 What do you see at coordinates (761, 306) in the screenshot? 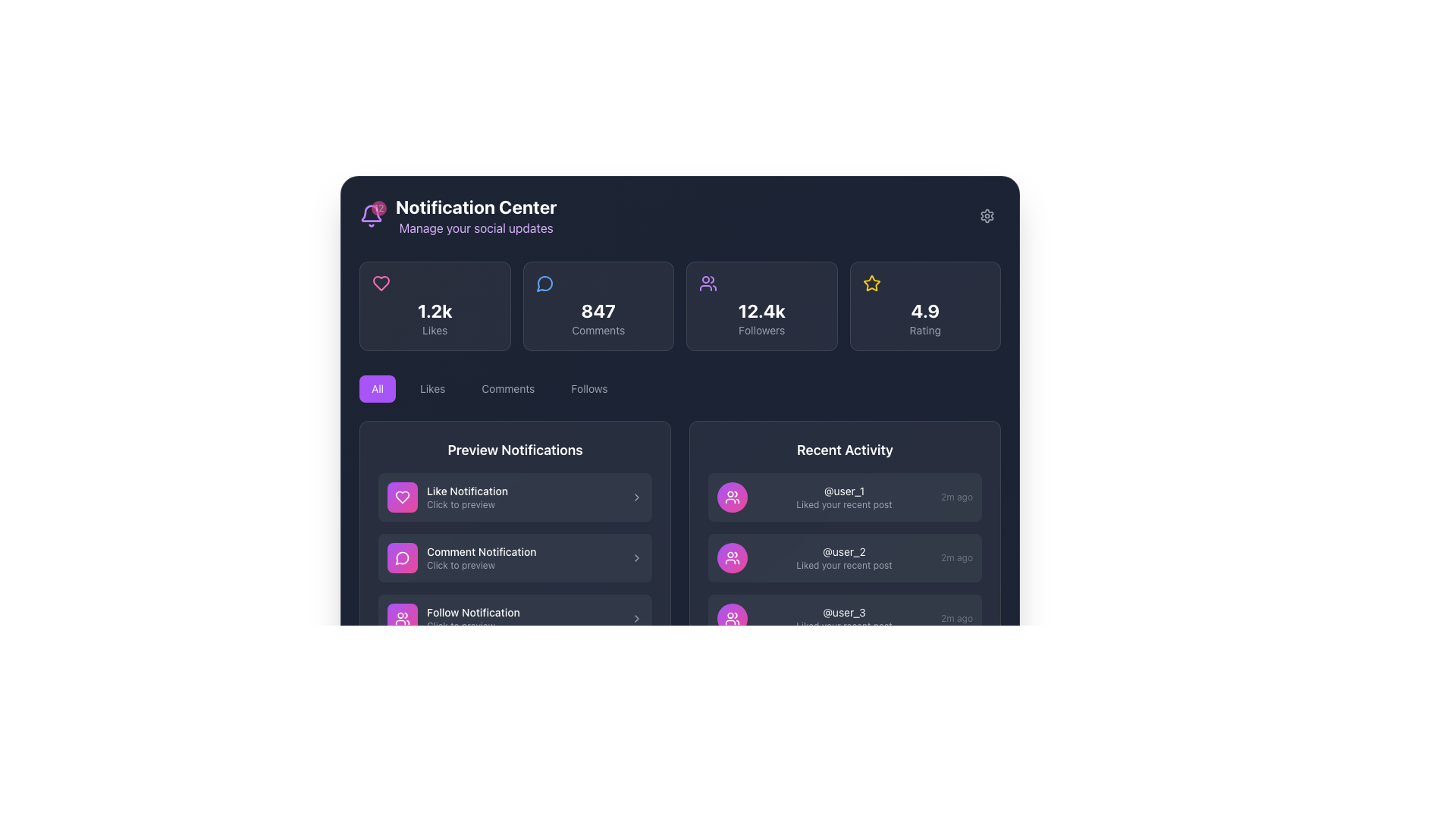
I see `the displayed information on the metric card showing '12.4k Followers', which is the third card in a horizontal series of four elements` at bounding box center [761, 306].